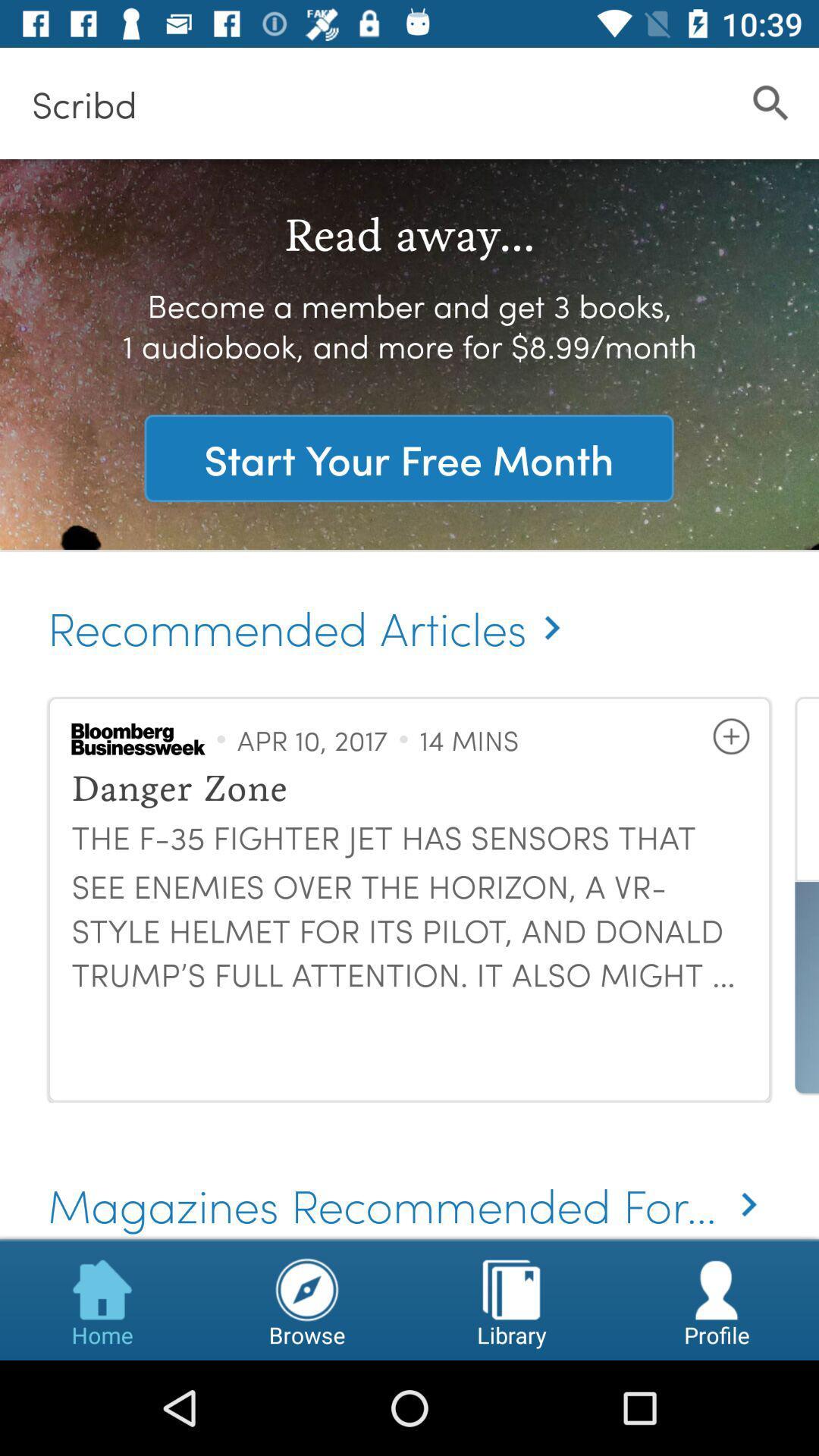 The height and width of the screenshot is (1456, 819). What do you see at coordinates (408, 457) in the screenshot?
I see `the icon above the recommended articles` at bounding box center [408, 457].